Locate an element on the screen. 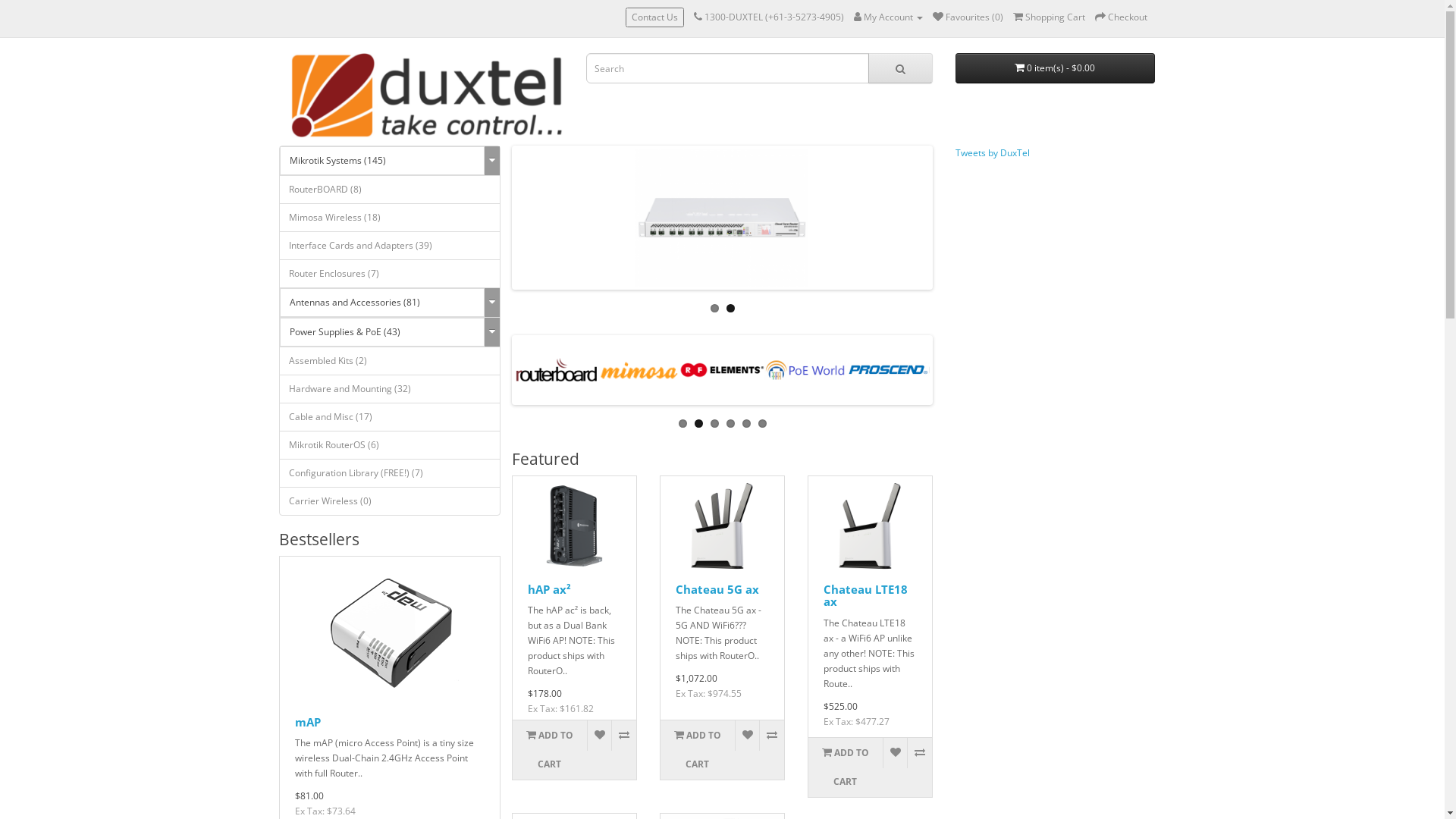 The width and height of the screenshot is (1456, 819). 'Carrier Wireless (0)' is located at coordinates (390, 500).